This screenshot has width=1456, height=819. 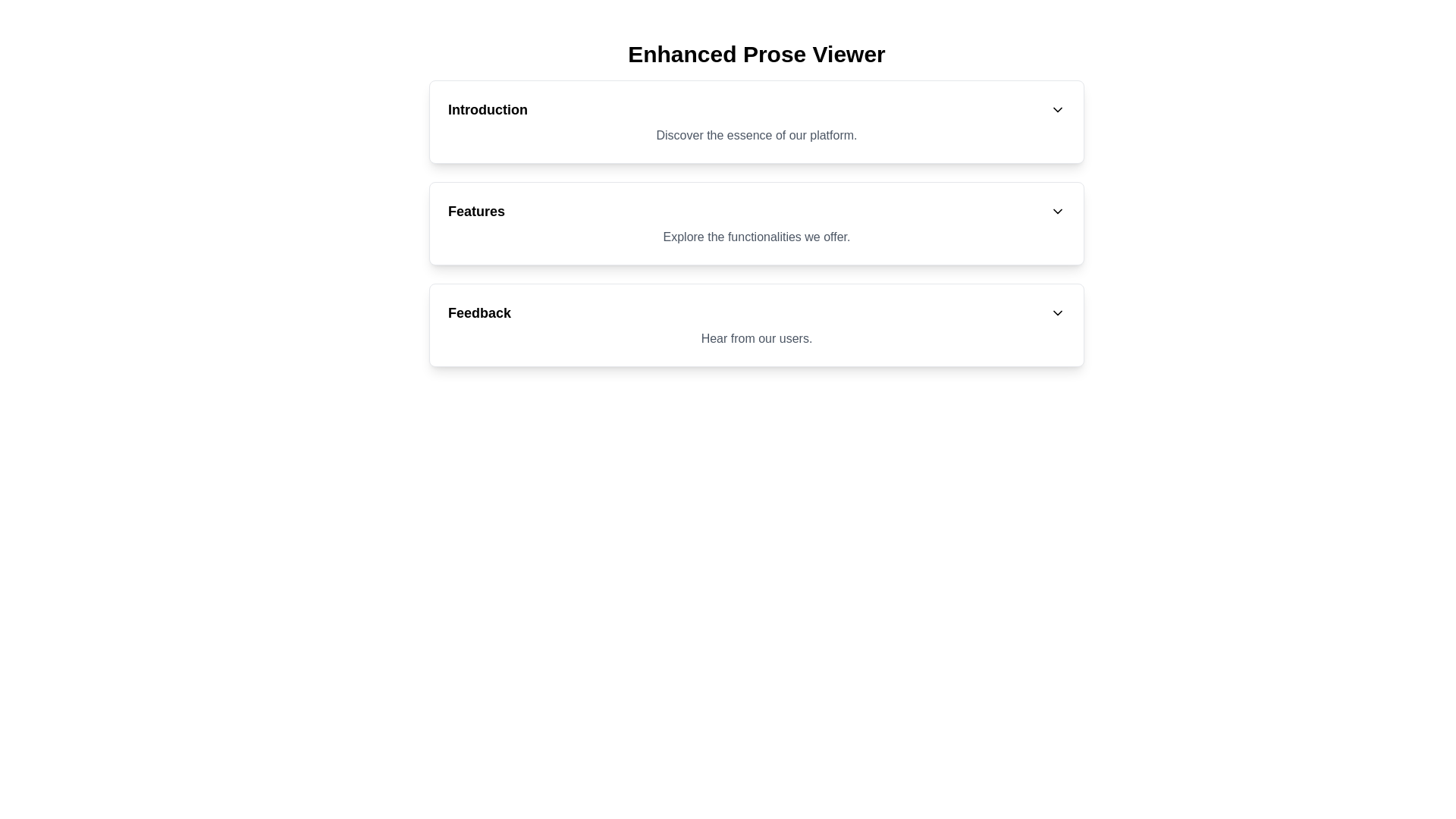 I want to click on the third expandable section under the 'Enhanced Prose Viewer', so click(x=757, y=324).